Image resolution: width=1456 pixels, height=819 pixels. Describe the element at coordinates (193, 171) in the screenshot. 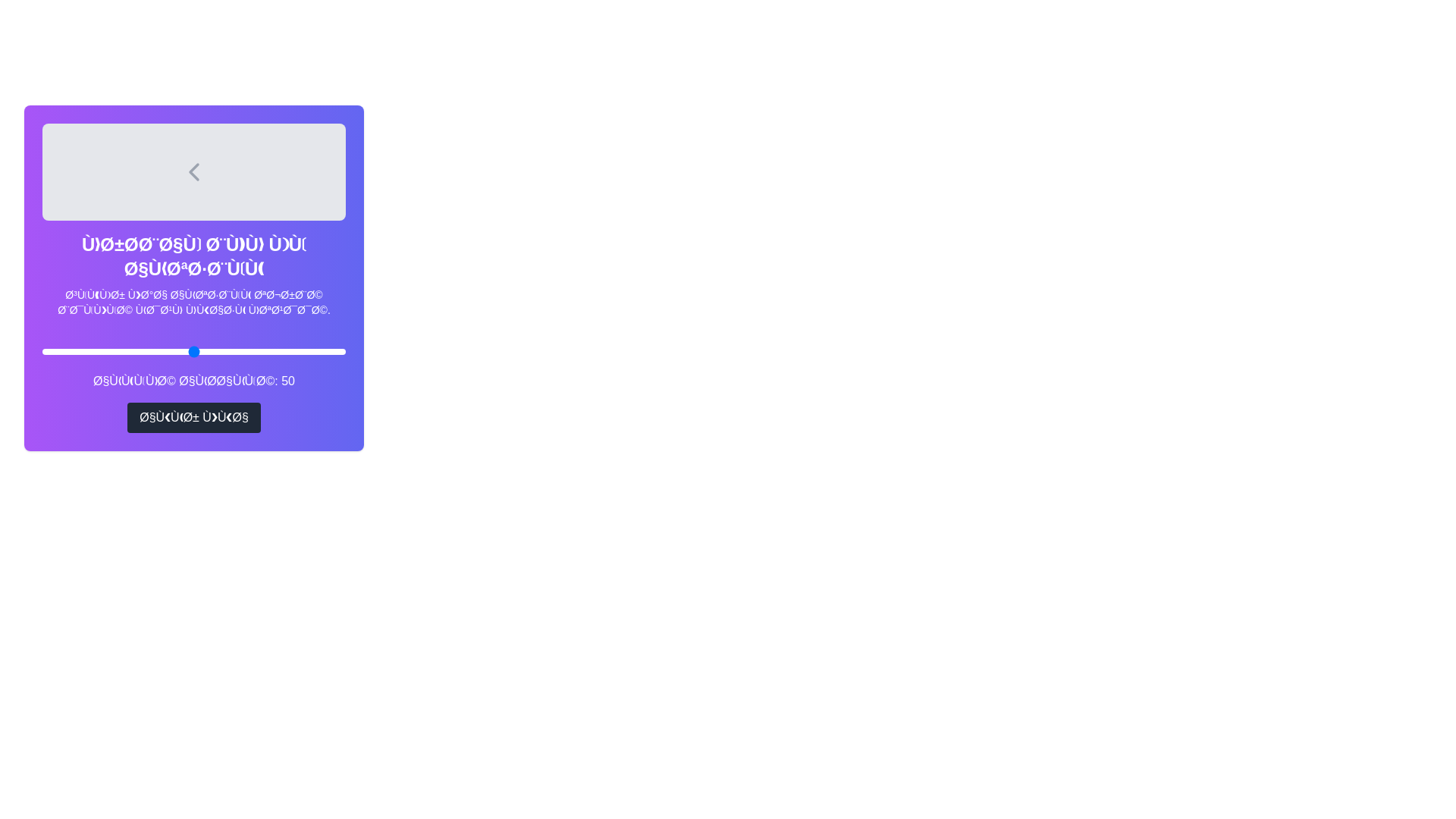

I see `the 'go back' or 'previous' icon located in the upper central part of the interface, within a gray rectangular section` at that location.